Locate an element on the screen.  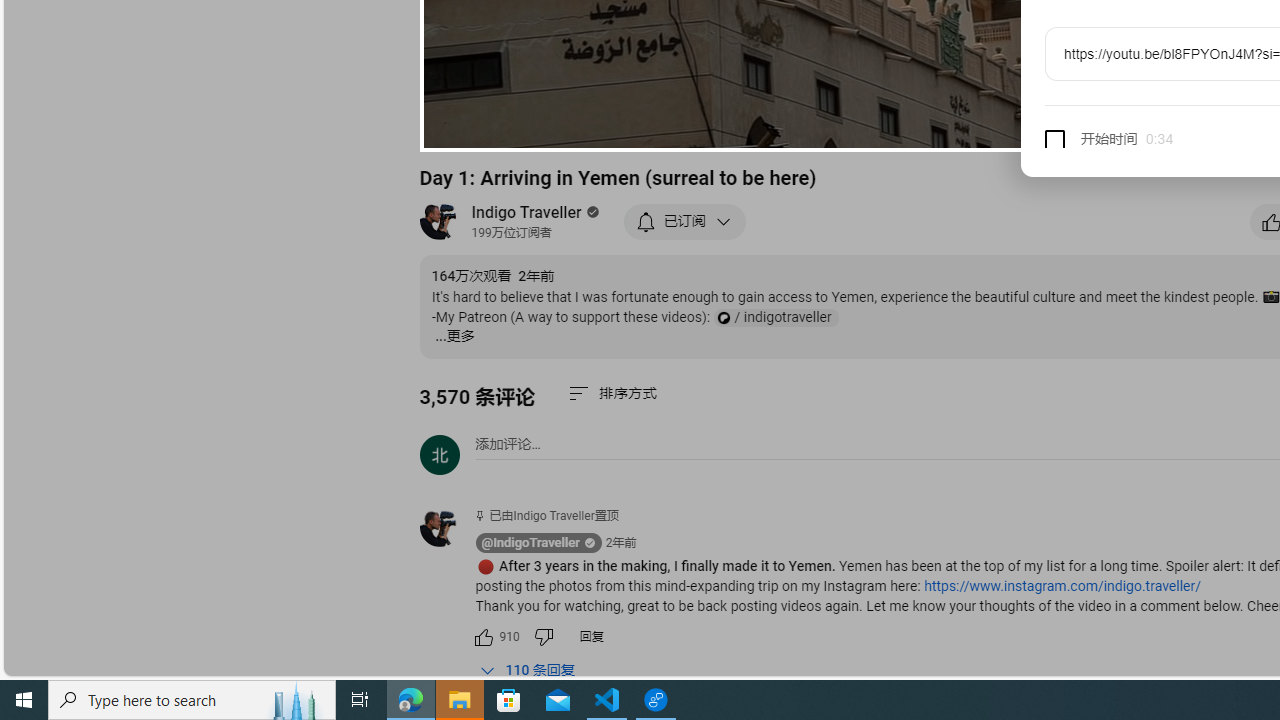
'https://www.instagram.com/indigo.traveller/' is located at coordinates (1061, 585).